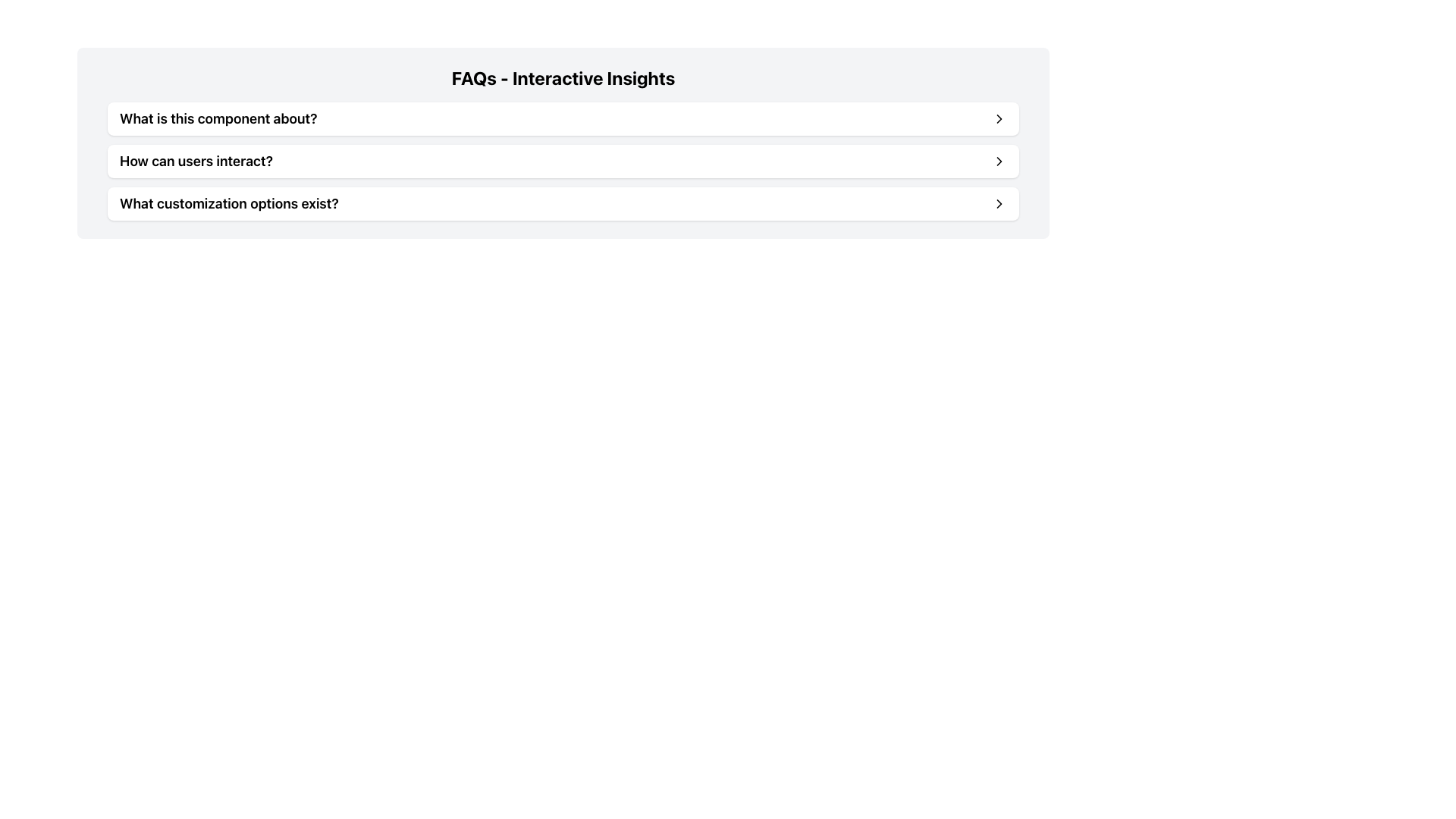 The height and width of the screenshot is (819, 1456). What do you see at coordinates (999, 203) in the screenshot?
I see `the right-facing chevron icon` at bounding box center [999, 203].